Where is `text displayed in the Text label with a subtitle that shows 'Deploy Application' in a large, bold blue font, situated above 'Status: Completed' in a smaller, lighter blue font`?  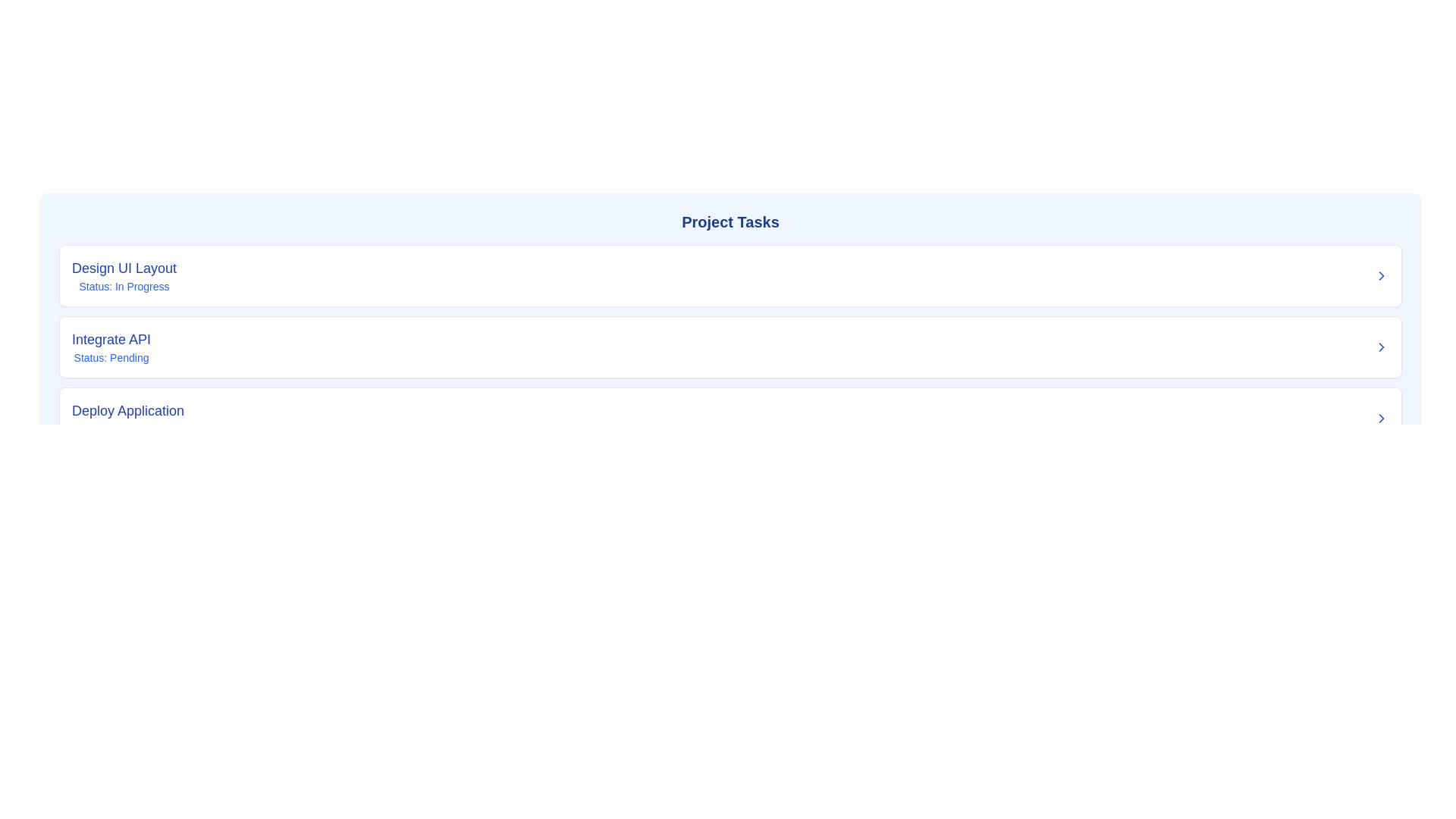 text displayed in the Text label with a subtitle that shows 'Deploy Application' in a large, bold blue font, situated above 'Status: Completed' in a smaller, lighter blue font is located at coordinates (127, 418).